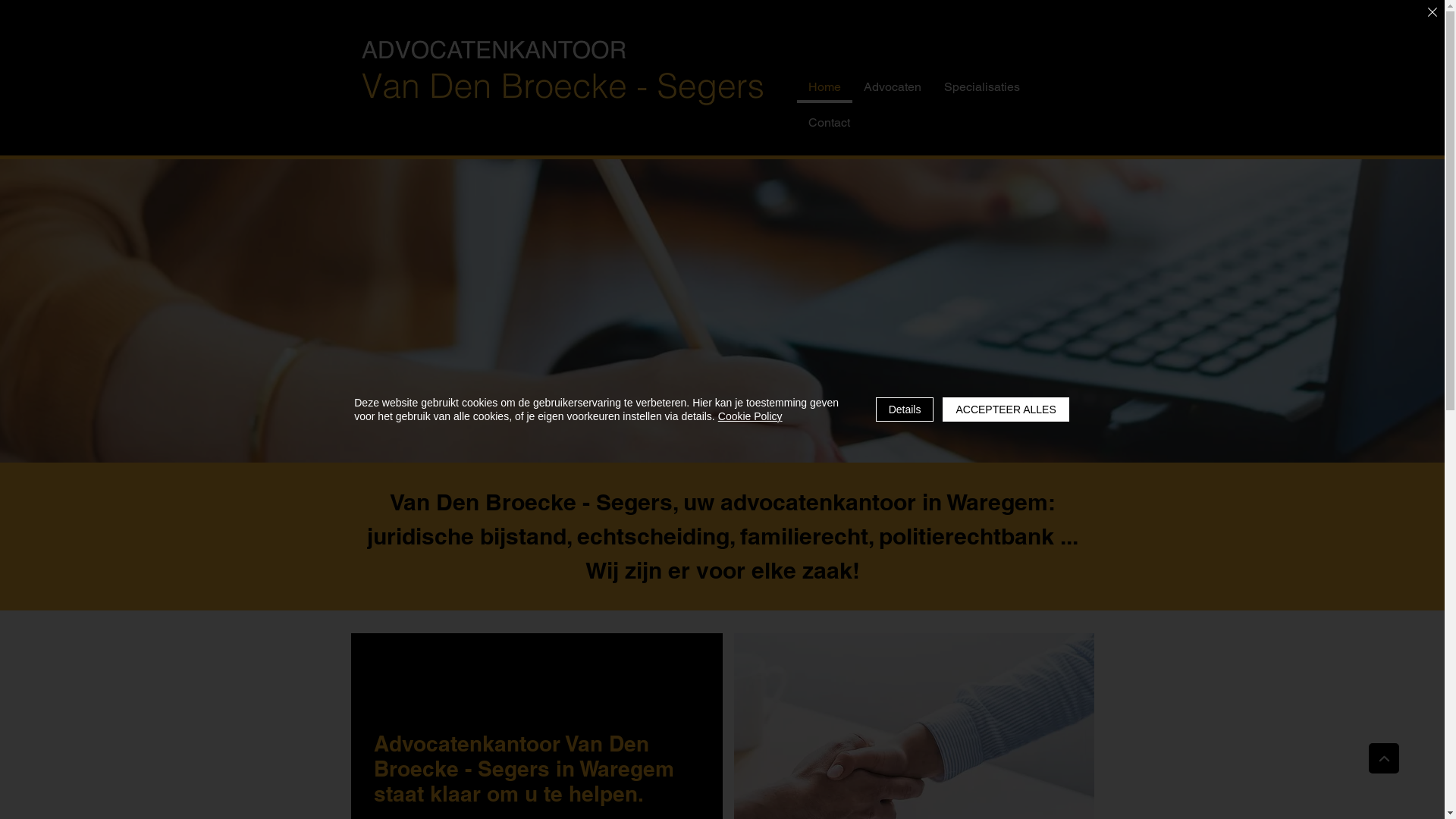  What do you see at coordinates (982, 88) in the screenshot?
I see `'Specialisaties'` at bounding box center [982, 88].